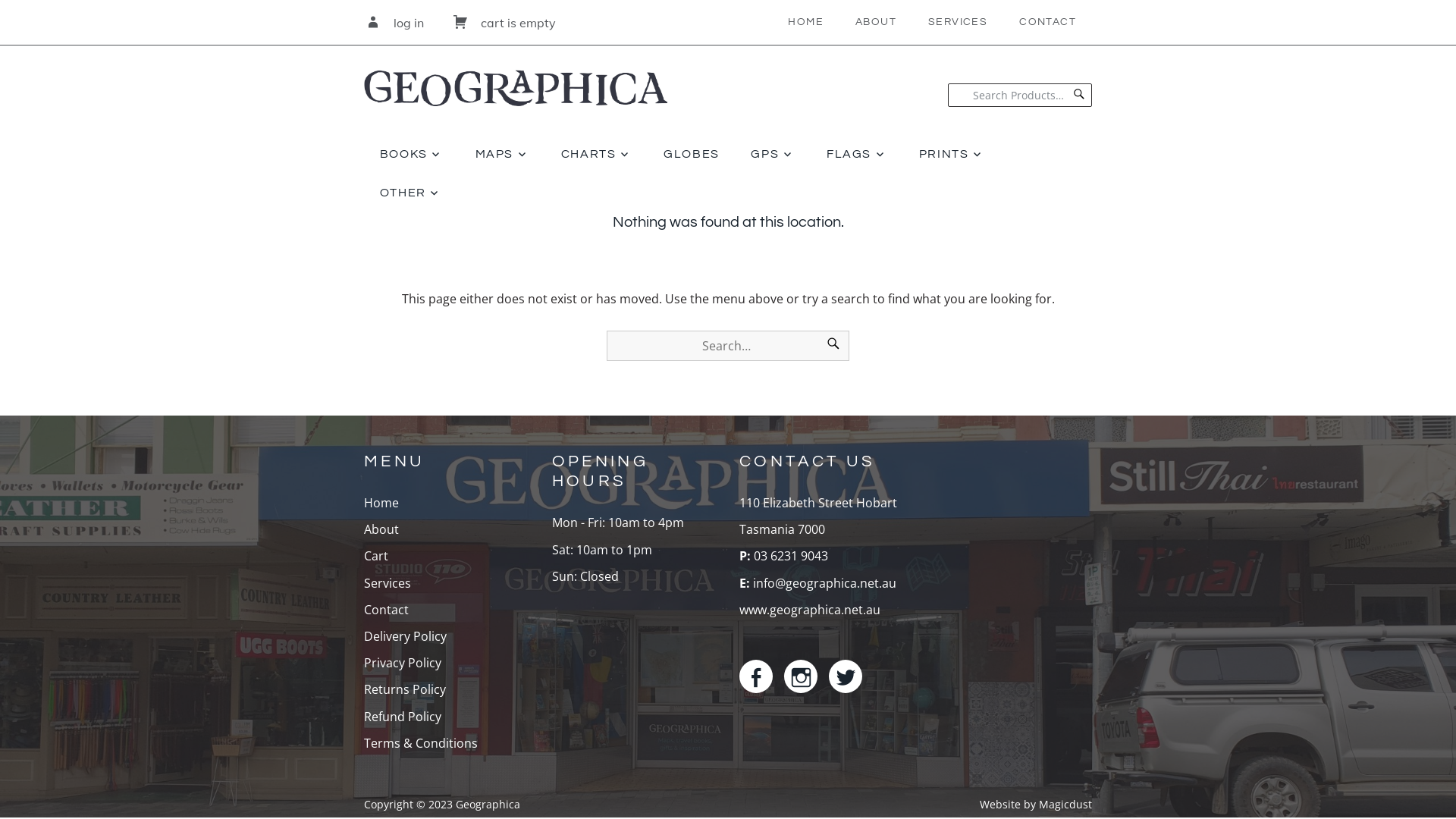 The width and height of the screenshot is (1456, 819). What do you see at coordinates (805, 22) in the screenshot?
I see `'HOME'` at bounding box center [805, 22].